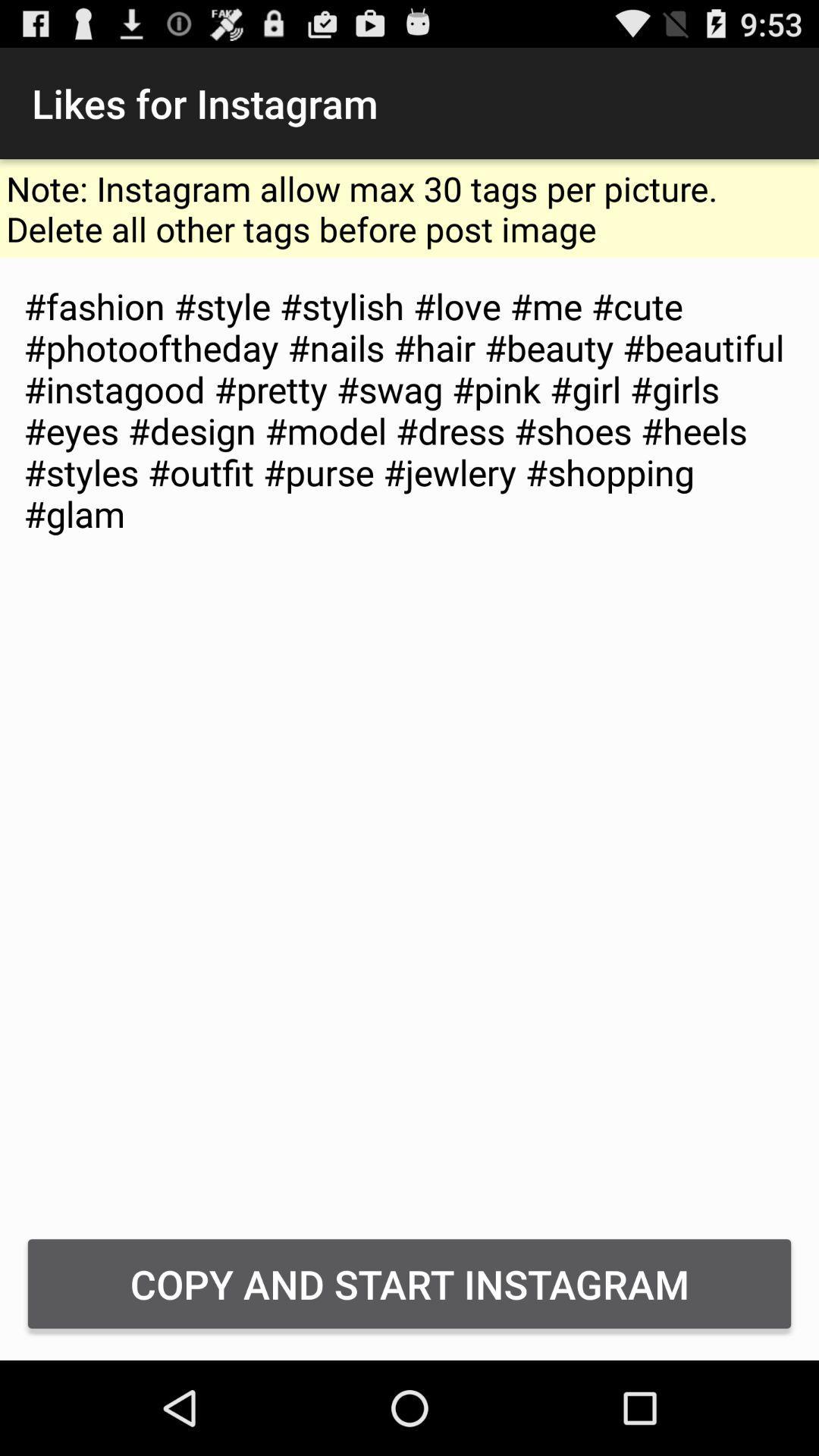 The image size is (819, 1456). I want to click on item at the bottom, so click(409, 1283).